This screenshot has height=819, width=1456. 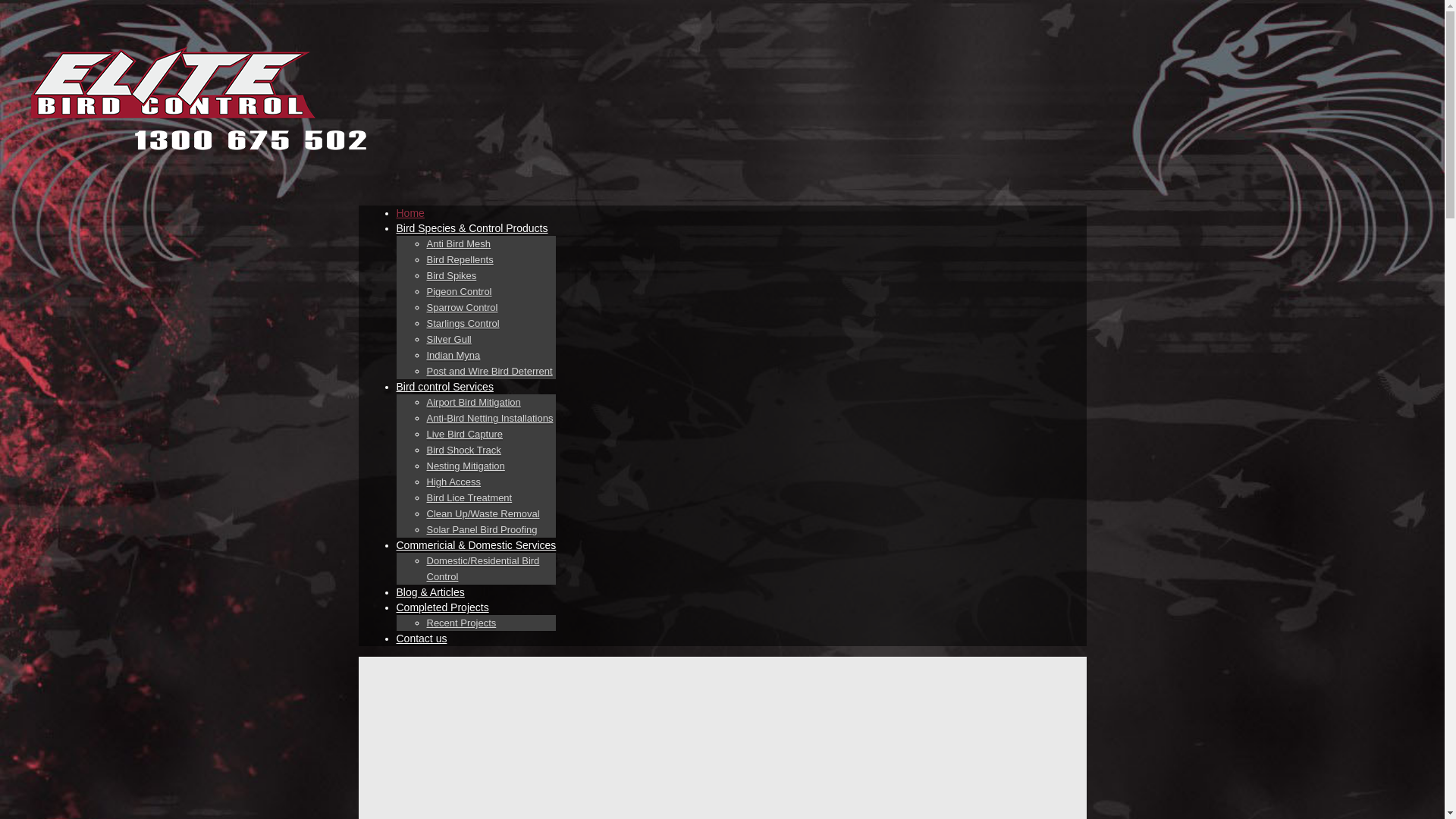 I want to click on 'Bird Lice Treatment', so click(x=468, y=497).